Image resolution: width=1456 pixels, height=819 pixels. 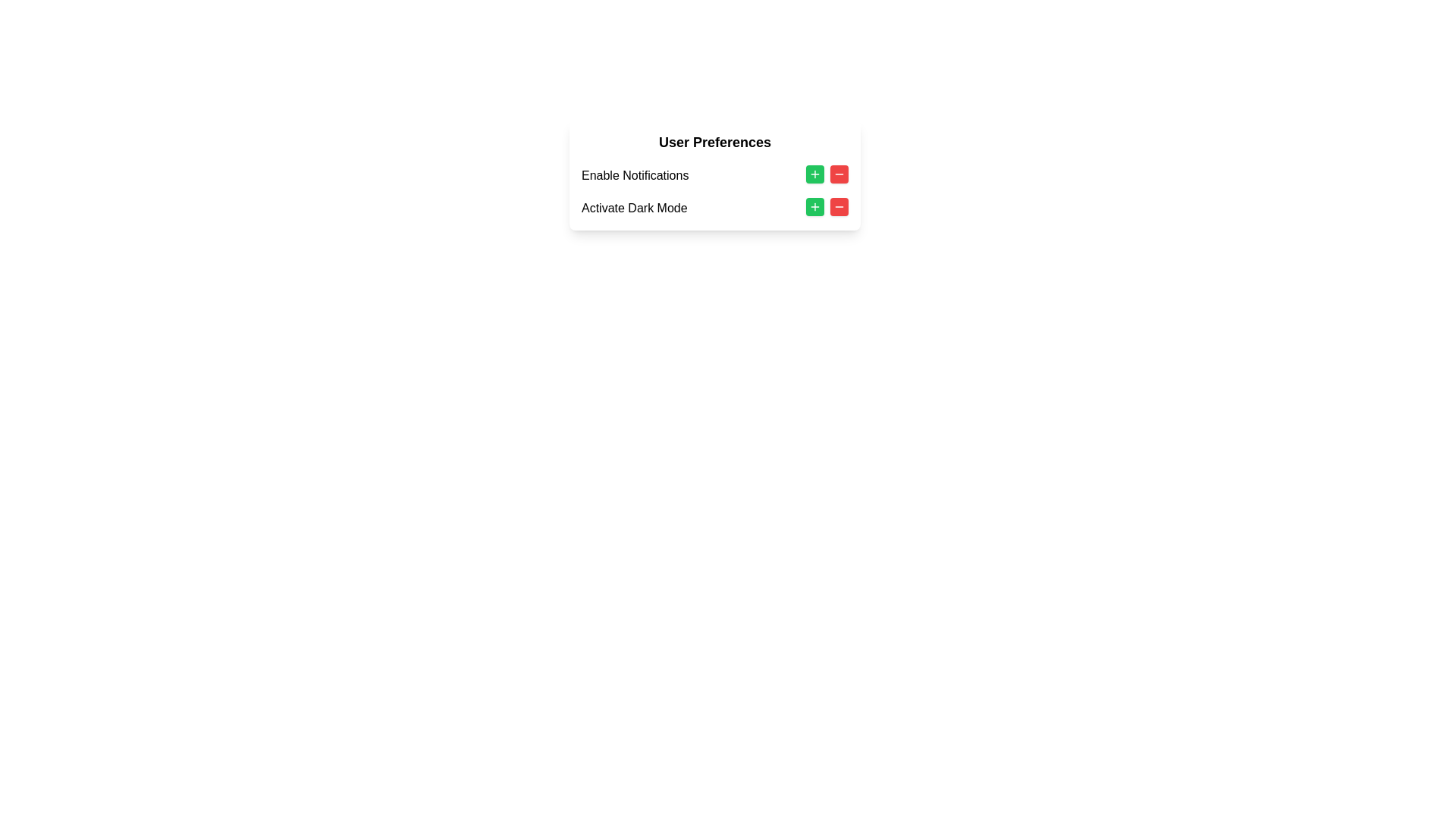 What do you see at coordinates (839, 207) in the screenshot?
I see `the button that decreases a value, located in the bottom-right corner beside 'Activate Dark Mode'` at bounding box center [839, 207].